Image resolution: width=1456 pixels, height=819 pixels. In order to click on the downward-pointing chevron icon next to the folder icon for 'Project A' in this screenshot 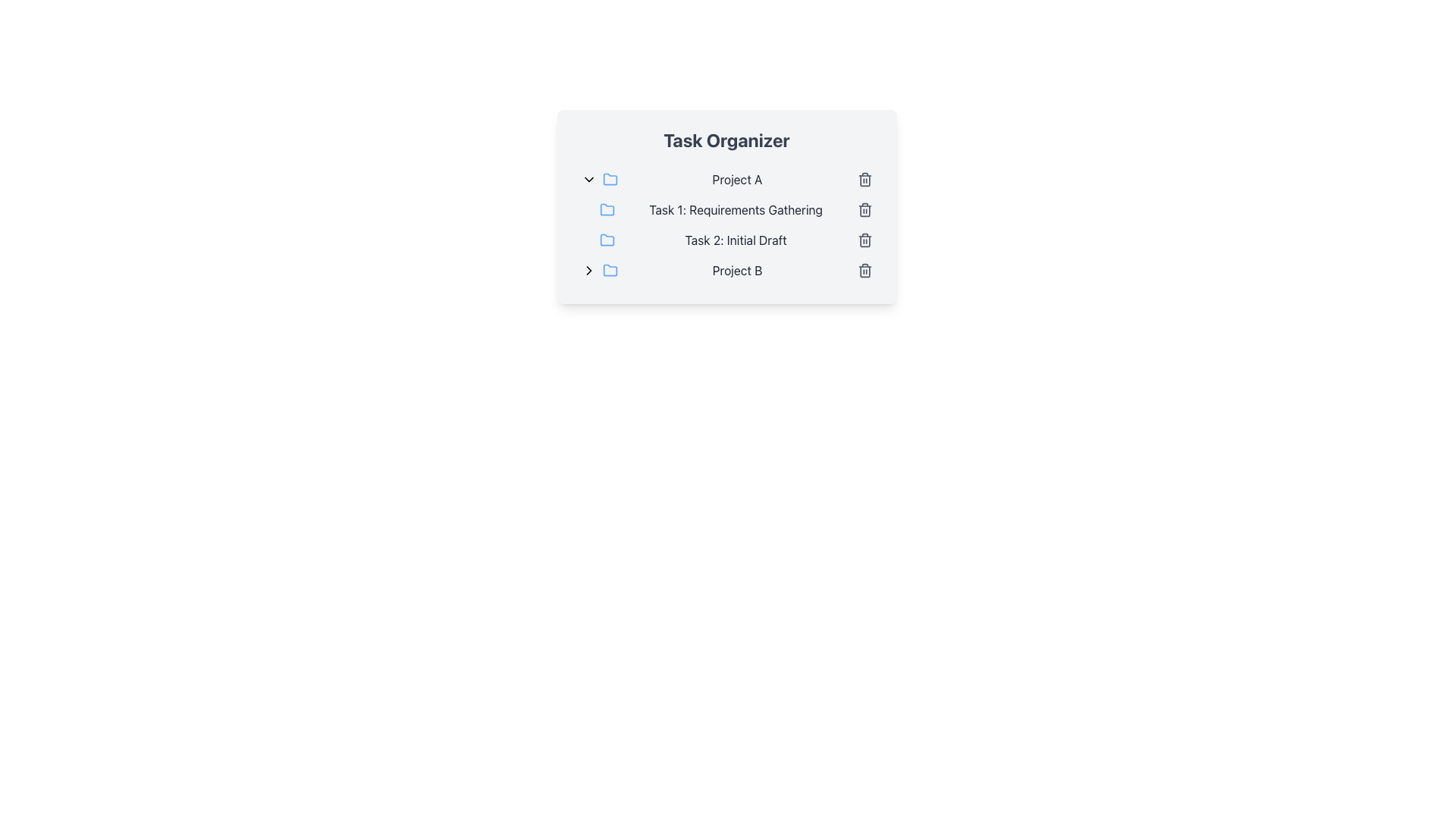, I will do `click(588, 178)`.